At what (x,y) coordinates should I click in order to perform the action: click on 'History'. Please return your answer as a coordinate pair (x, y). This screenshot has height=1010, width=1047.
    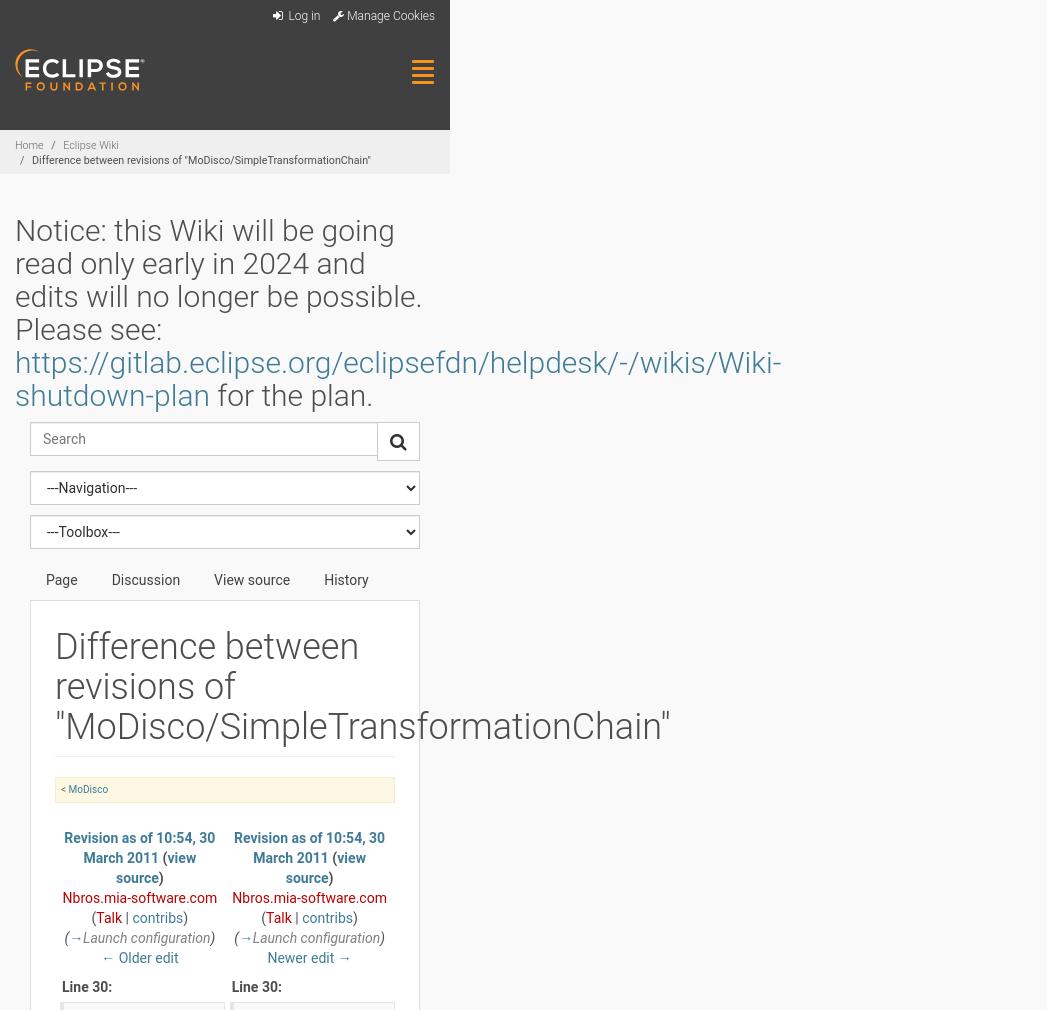
    Looking at the image, I should click on (346, 579).